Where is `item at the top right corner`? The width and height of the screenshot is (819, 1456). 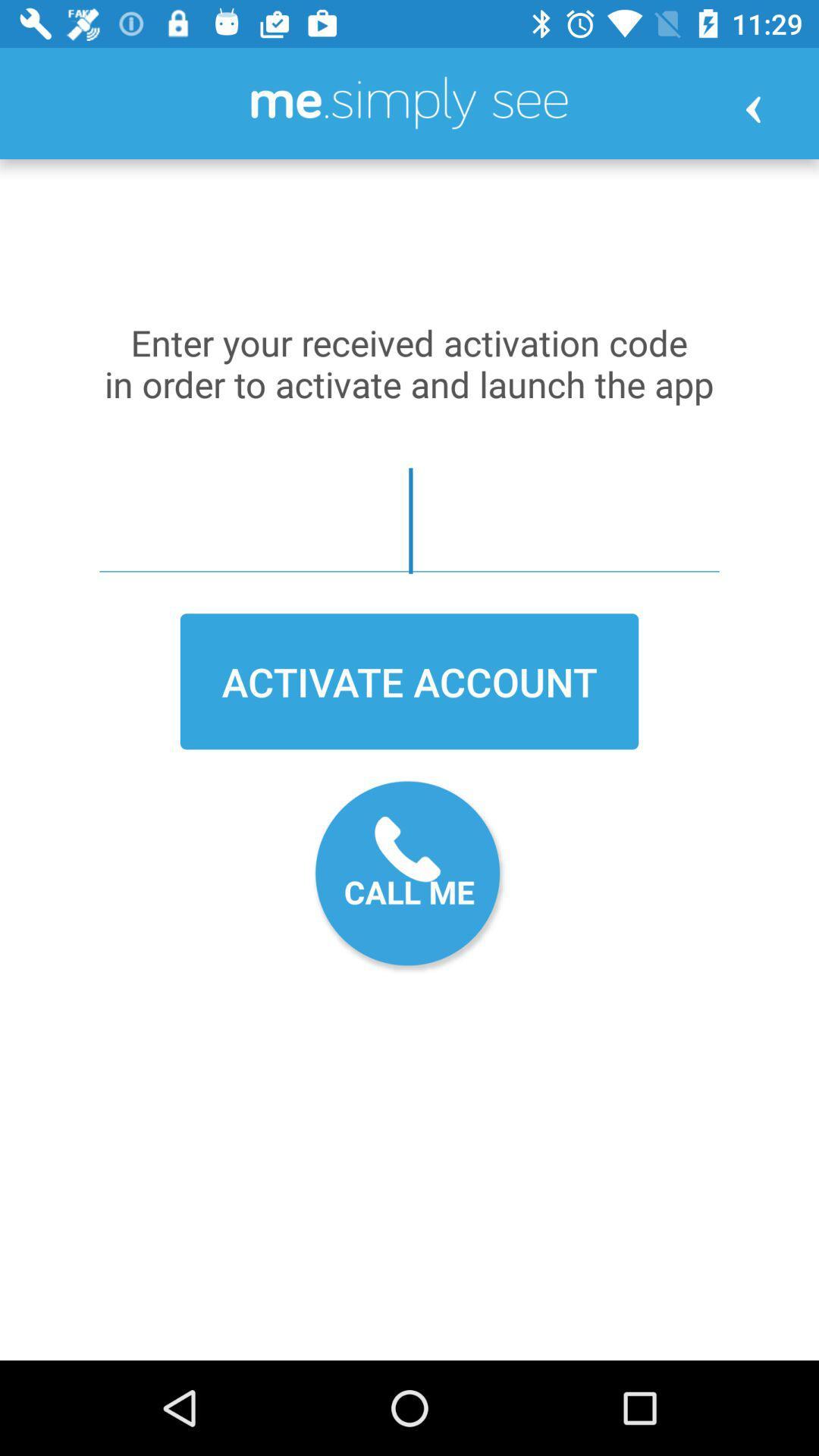 item at the top right corner is located at coordinates (753, 108).